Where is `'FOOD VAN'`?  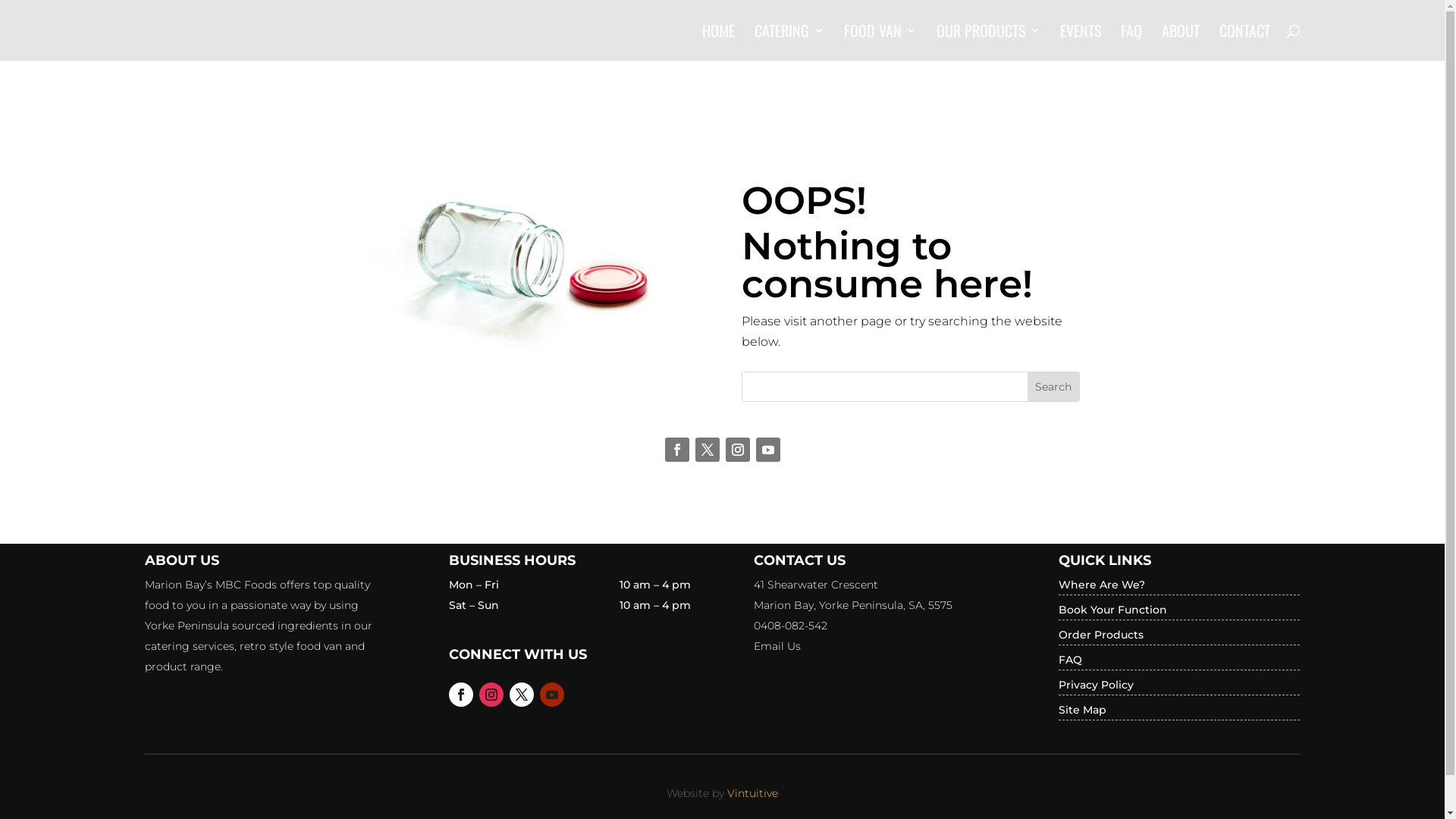
'FOOD VAN' is located at coordinates (880, 42).